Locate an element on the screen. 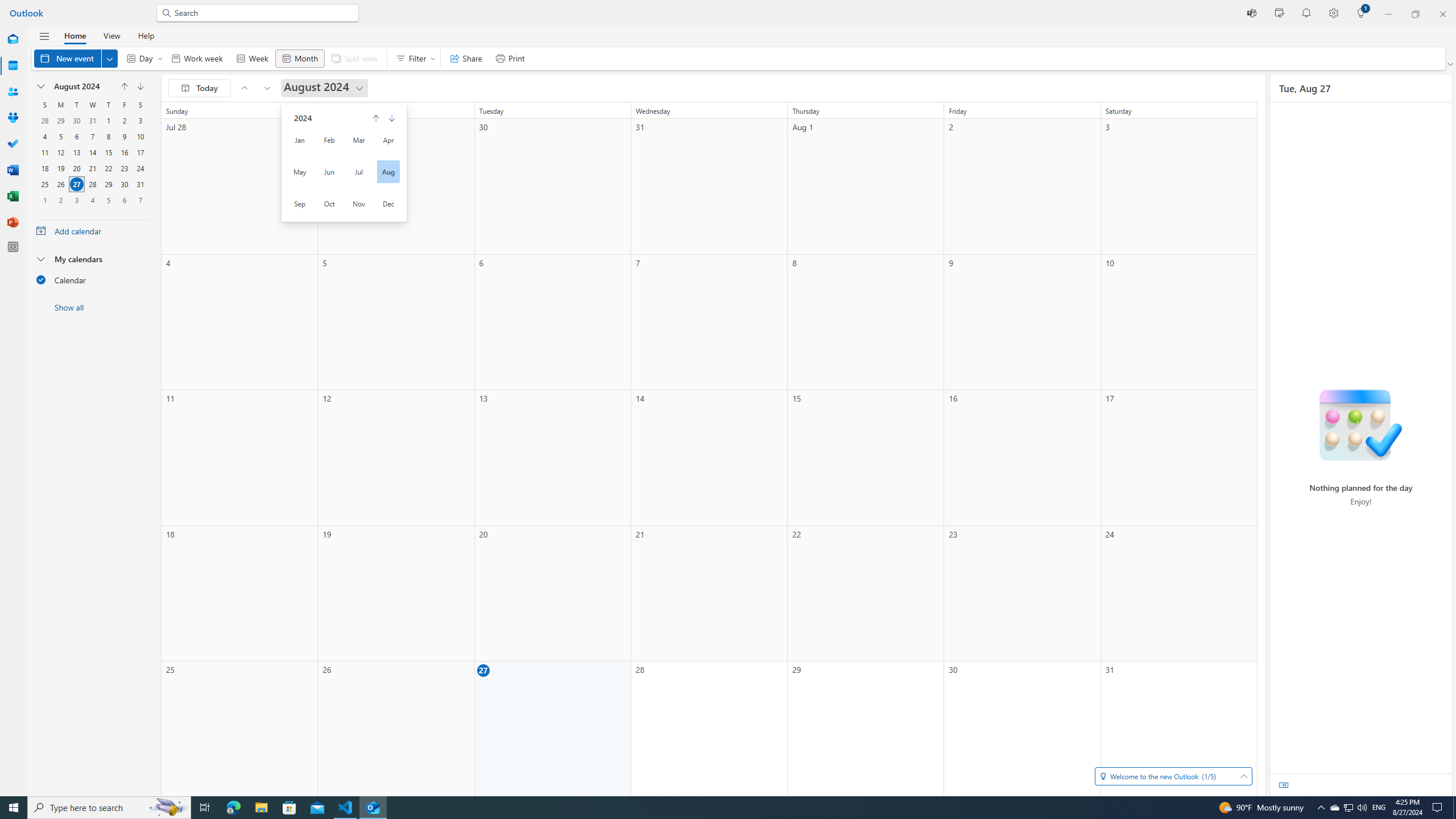 This screenshot has height=819, width=1456. '5, September, 2024' is located at coordinates (107, 200).